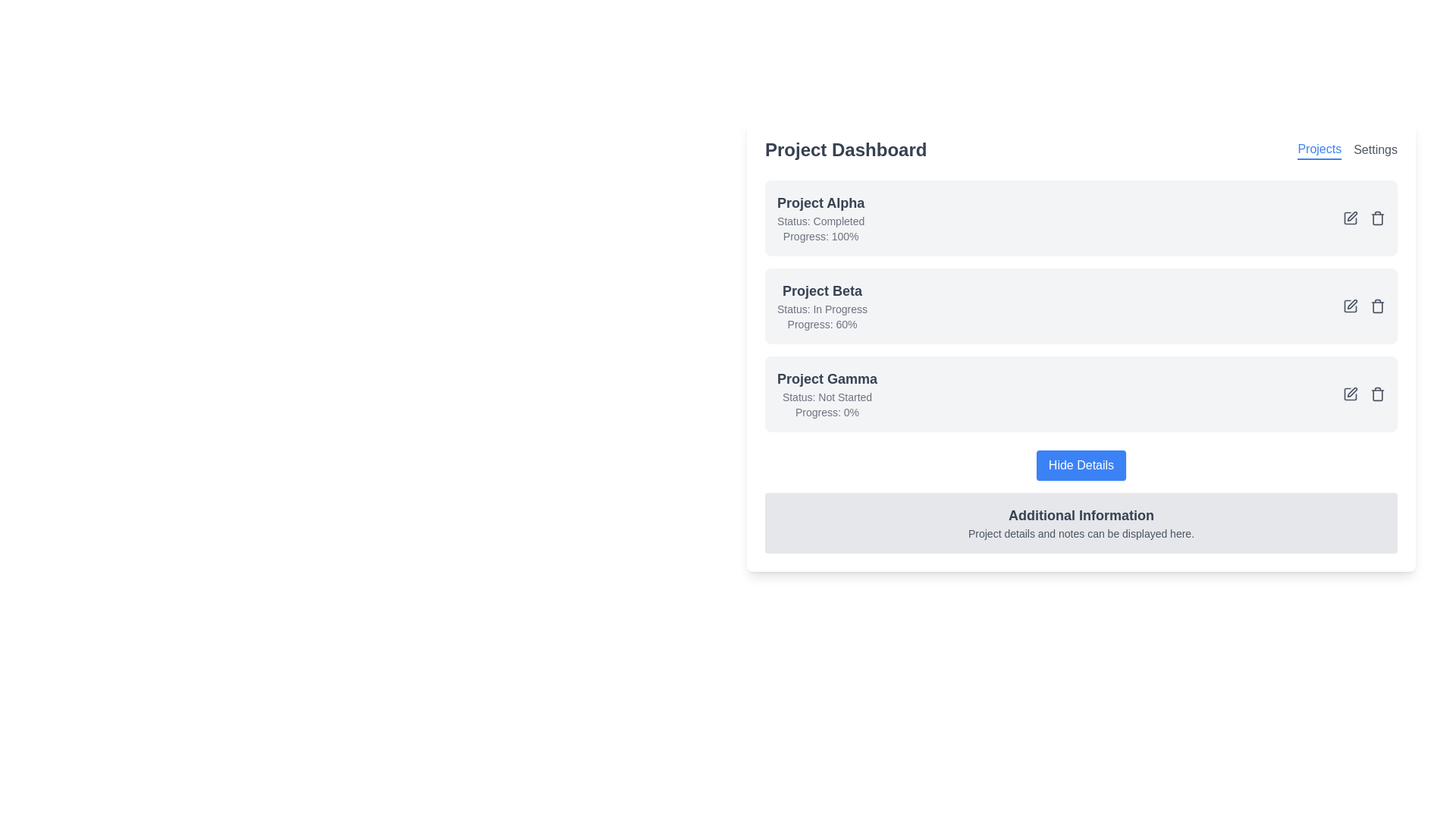 This screenshot has height=819, width=1456. Describe the element at coordinates (1080, 366) in the screenshot. I see `the informational panel for 'Project Gamma'` at that location.